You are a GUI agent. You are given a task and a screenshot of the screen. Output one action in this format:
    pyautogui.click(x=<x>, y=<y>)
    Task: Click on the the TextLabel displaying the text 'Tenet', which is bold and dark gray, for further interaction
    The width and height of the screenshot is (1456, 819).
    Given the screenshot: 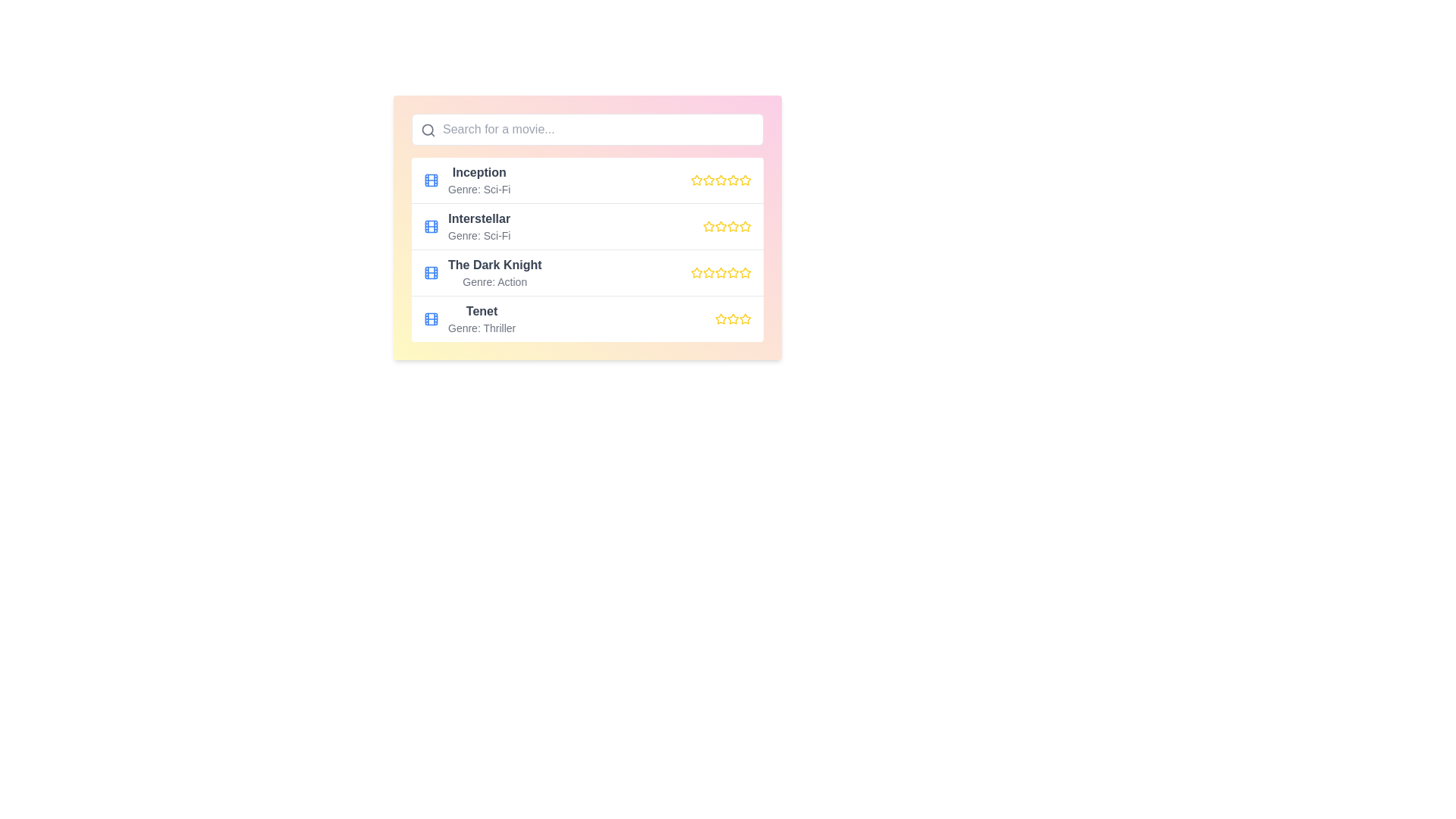 What is the action you would take?
    pyautogui.click(x=481, y=311)
    